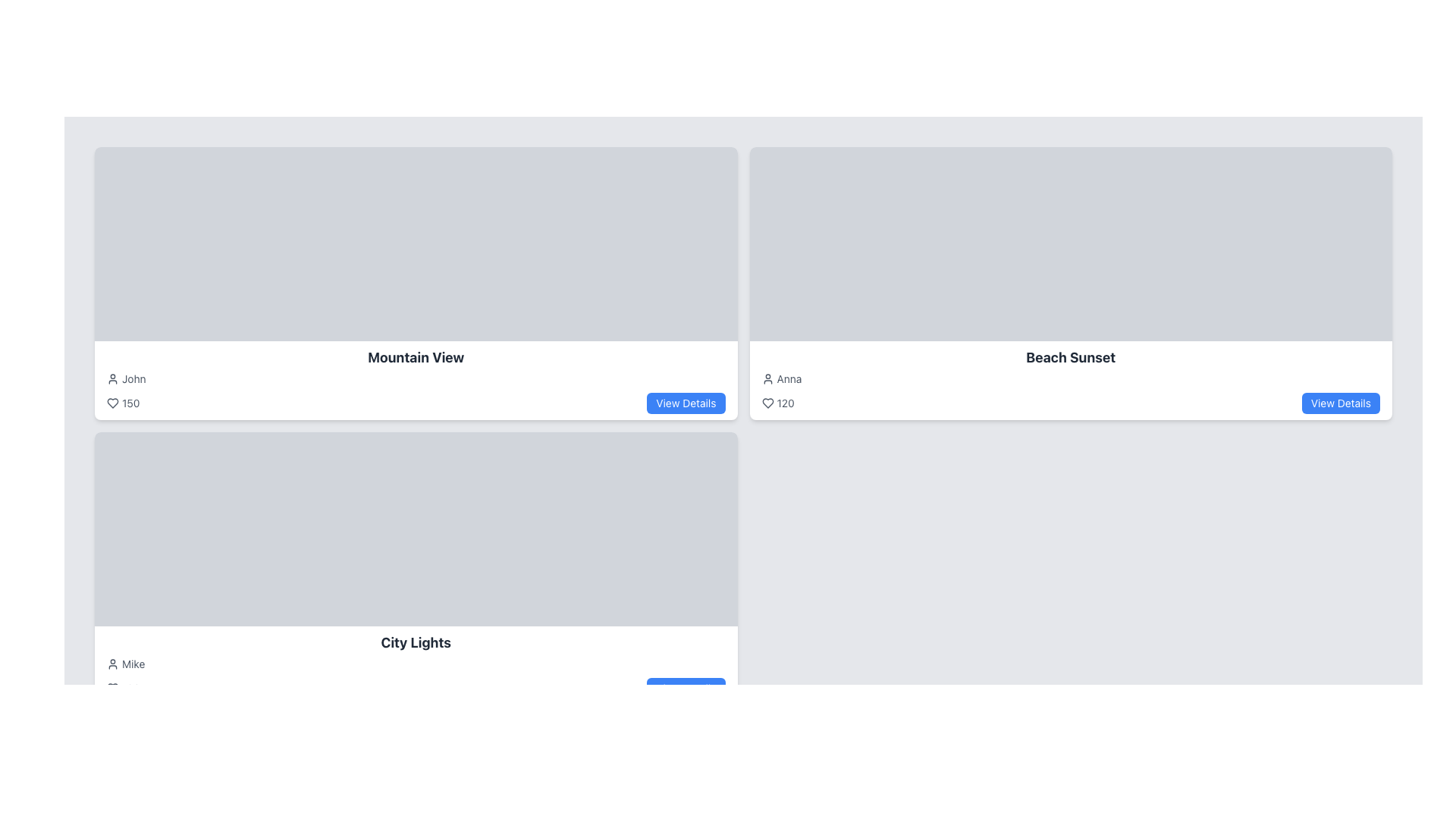 This screenshot has height=819, width=1456. I want to click on the blue 'View Details' button with rounded corners located in the bottom-right corner of the 'City Lights' card, so click(685, 688).